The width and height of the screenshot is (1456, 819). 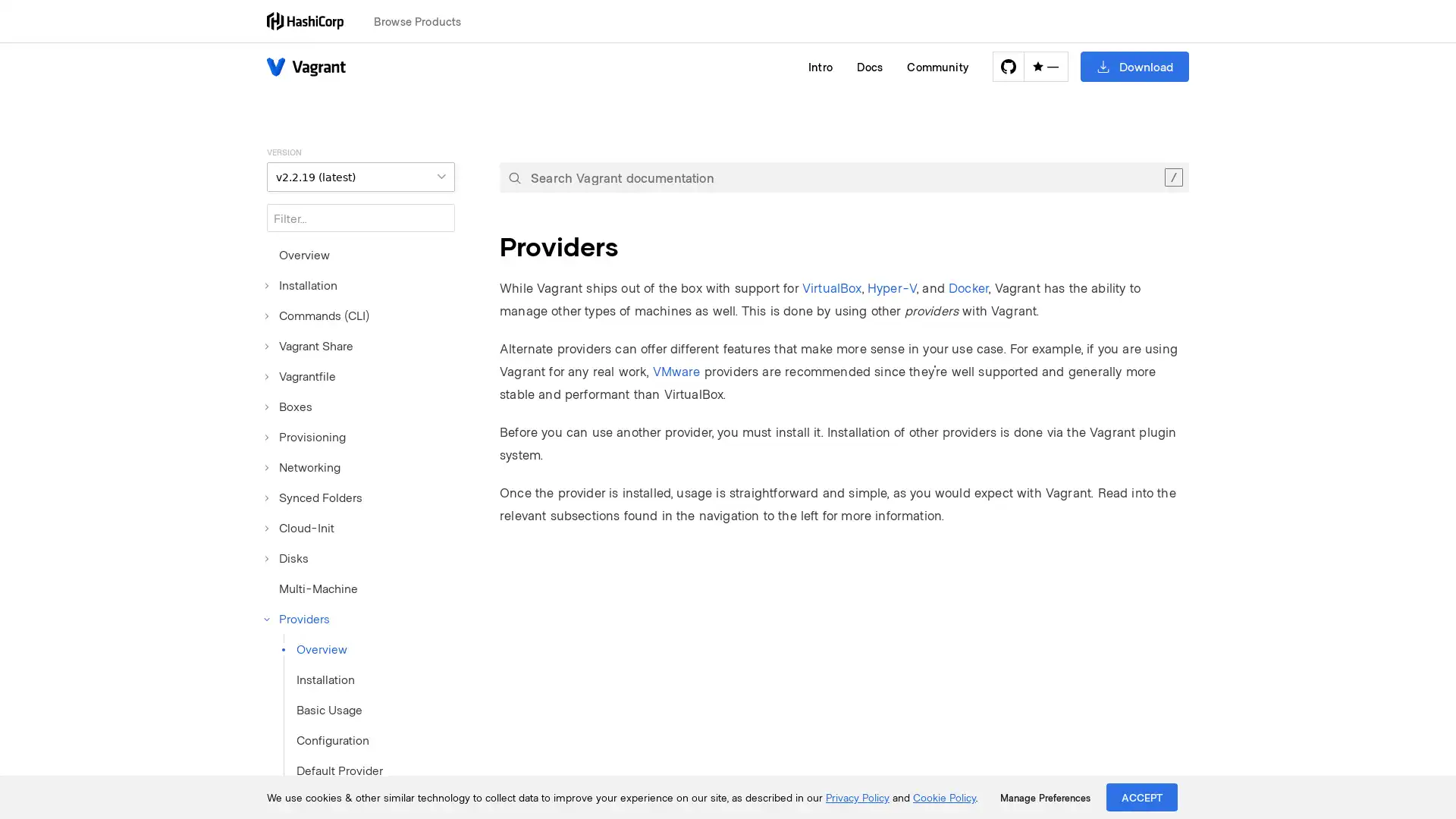 What do you see at coordinates (290, 406) in the screenshot?
I see `Boxes` at bounding box center [290, 406].